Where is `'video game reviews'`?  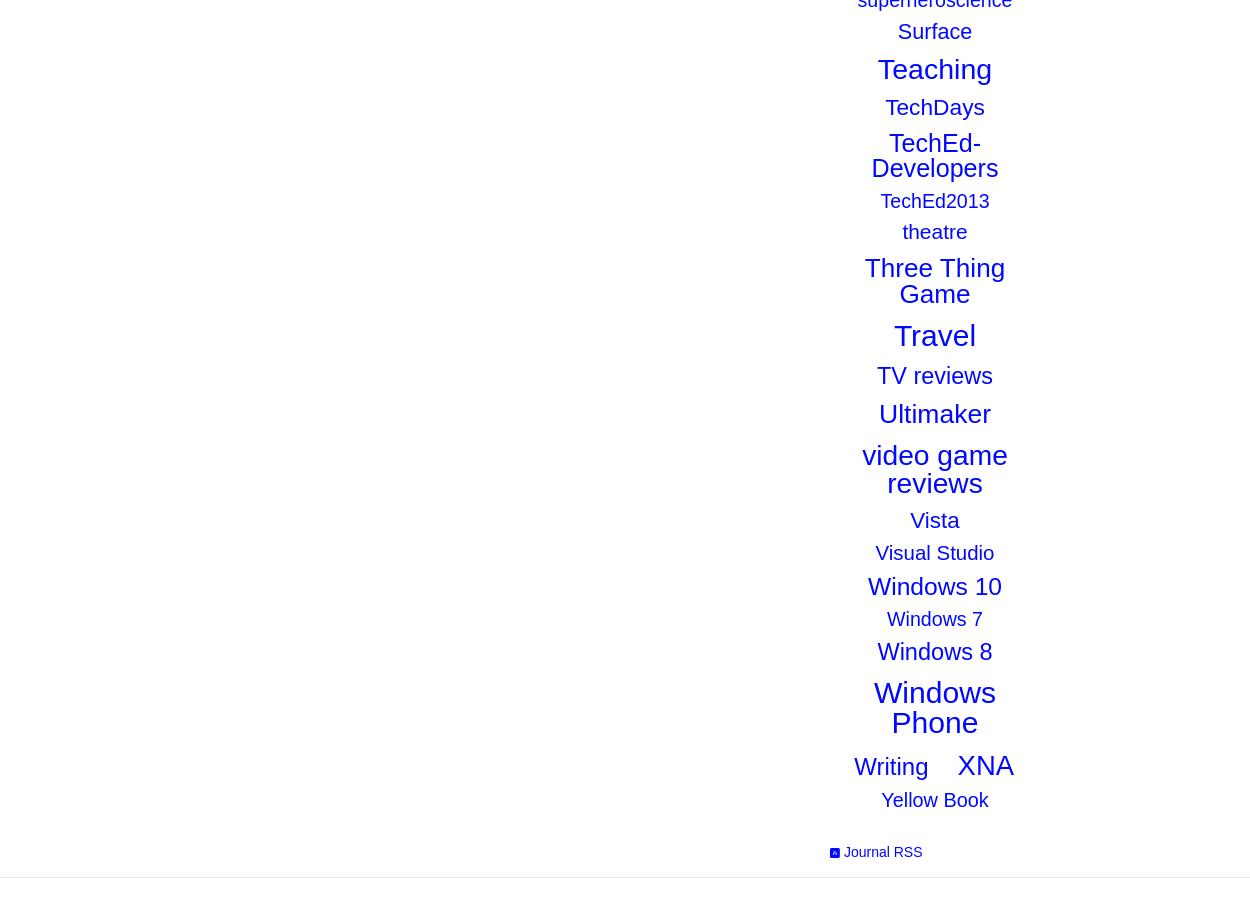
'video game reviews' is located at coordinates (934, 468).